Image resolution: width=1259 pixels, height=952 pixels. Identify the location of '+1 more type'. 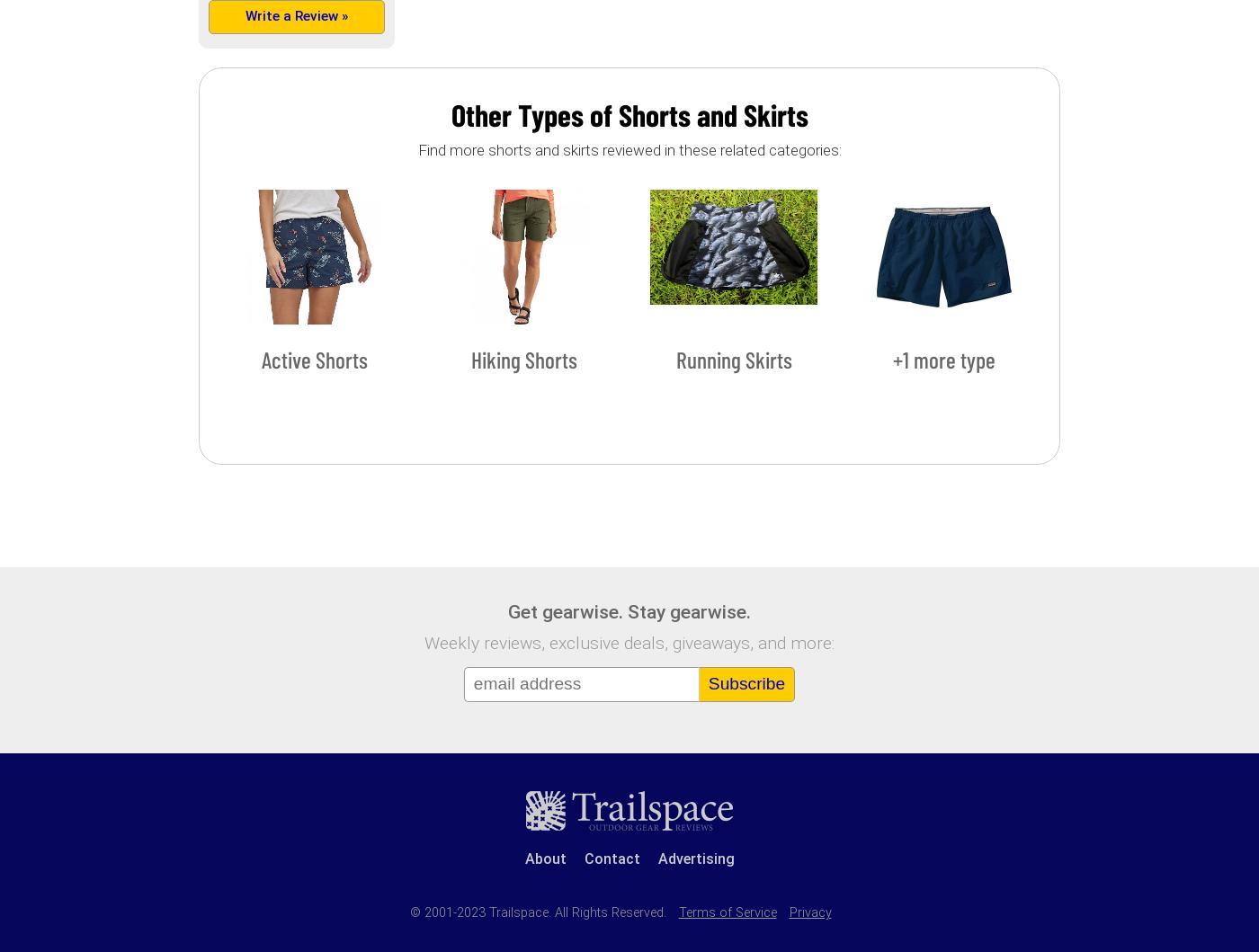
(943, 358).